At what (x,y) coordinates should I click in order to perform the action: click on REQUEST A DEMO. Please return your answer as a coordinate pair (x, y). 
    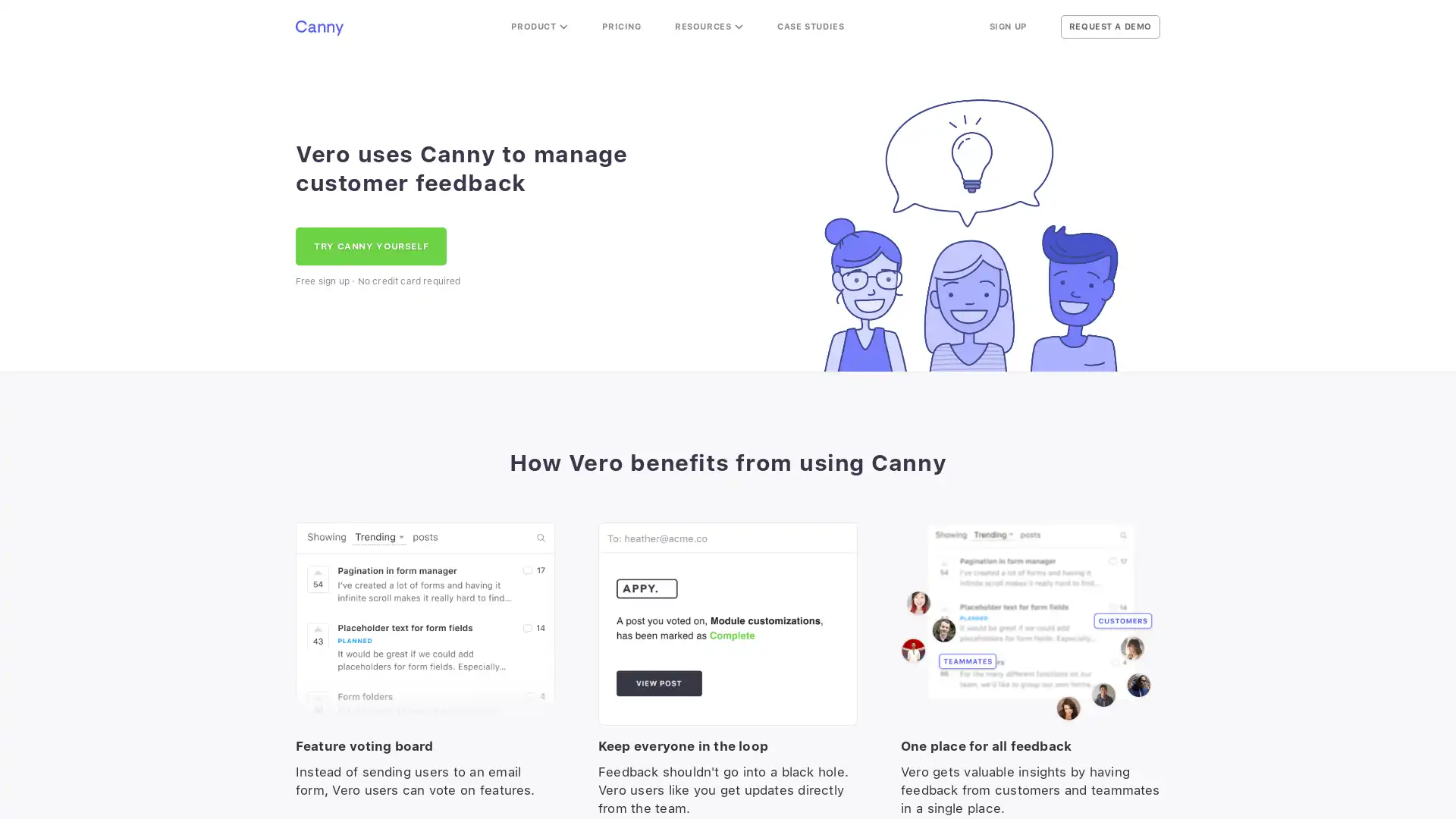
    Looking at the image, I should click on (1110, 26).